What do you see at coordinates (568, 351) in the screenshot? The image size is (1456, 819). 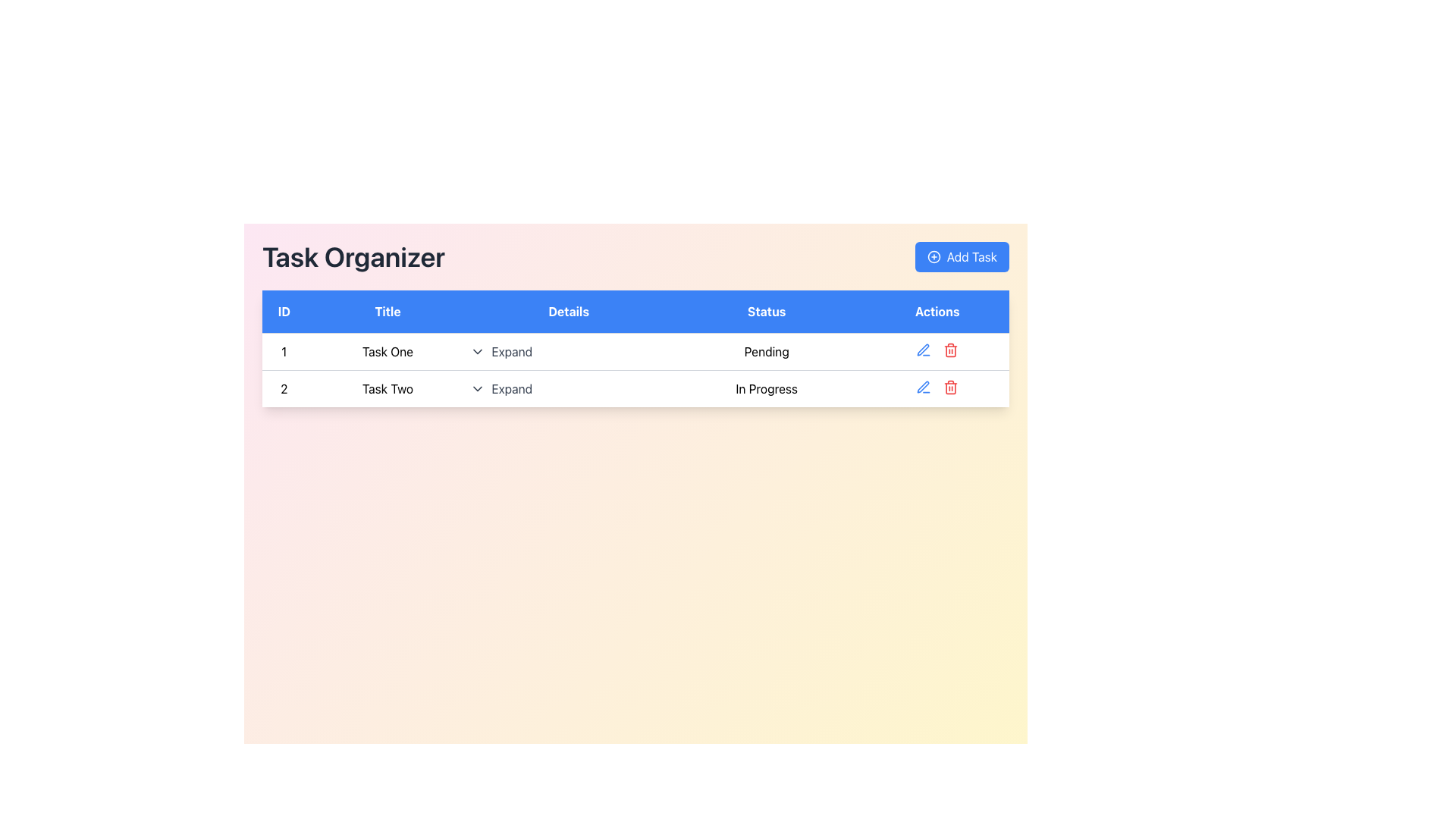 I see `the 'Expand' dropdown indicator in the first row of the task table` at bounding box center [568, 351].